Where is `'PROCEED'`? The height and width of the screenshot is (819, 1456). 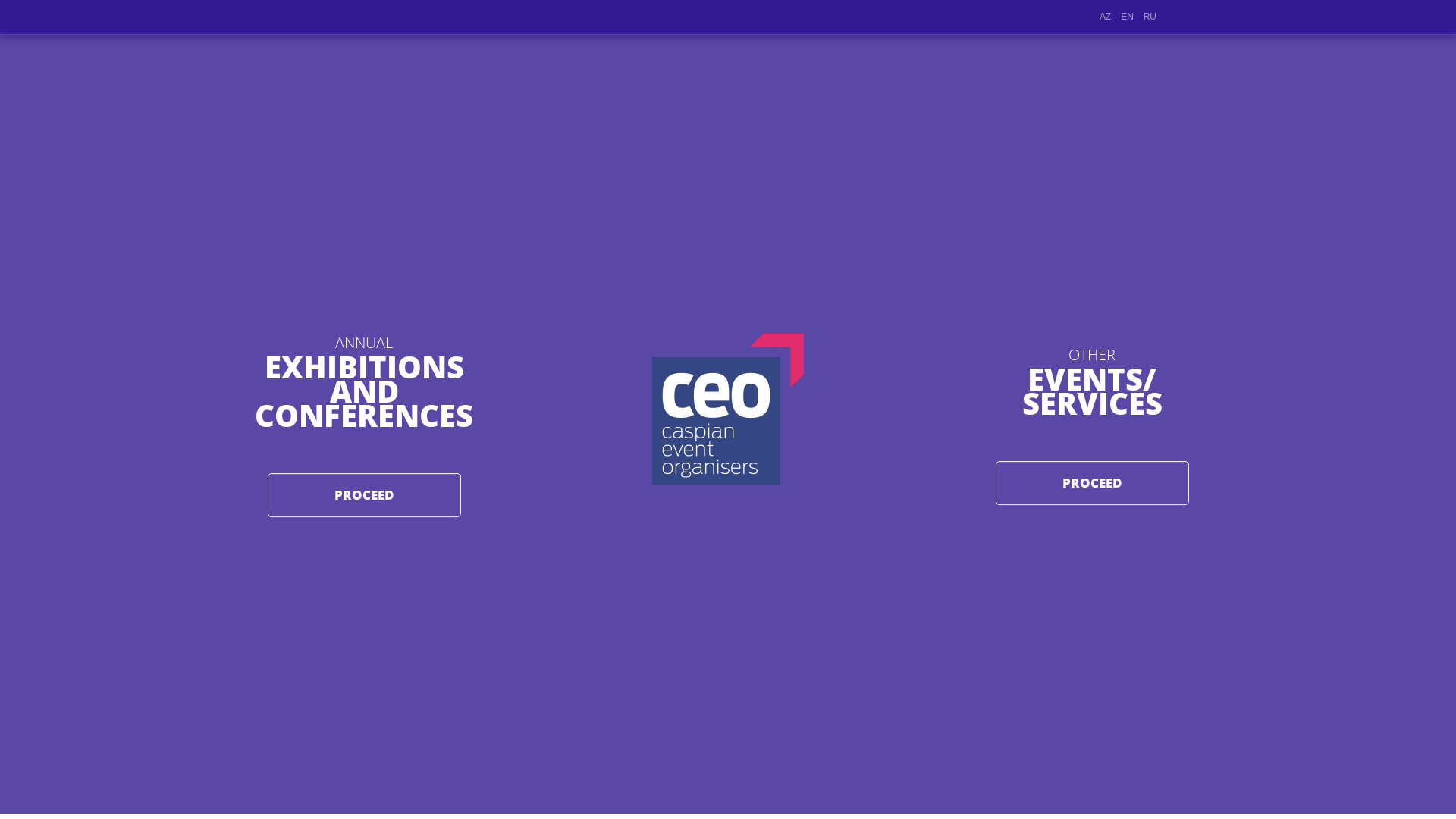
'PROCEED' is located at coordinates (362, 494).